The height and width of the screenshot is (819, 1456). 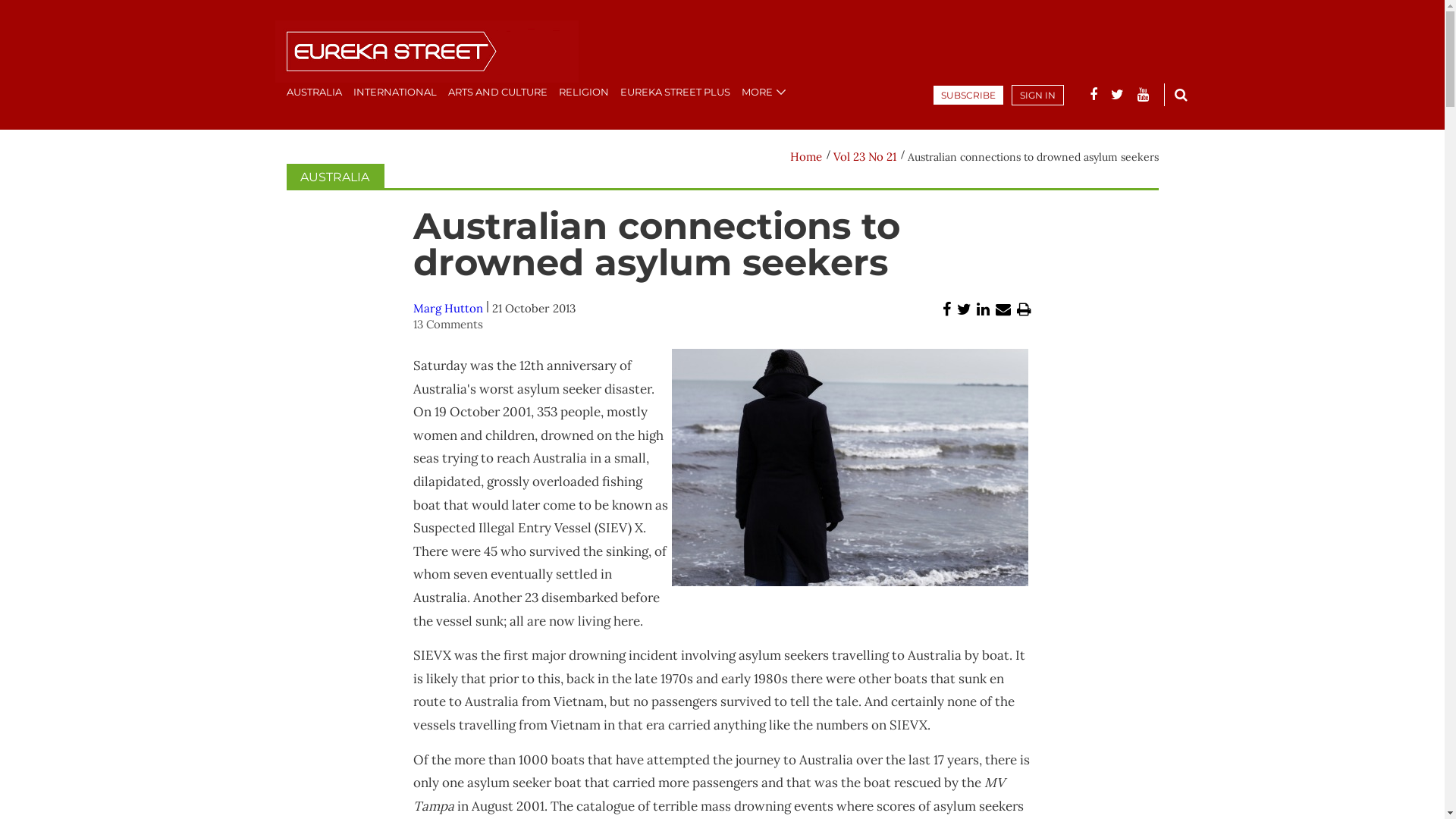 I want to click on 'Print', so click(x=1016, y=309).